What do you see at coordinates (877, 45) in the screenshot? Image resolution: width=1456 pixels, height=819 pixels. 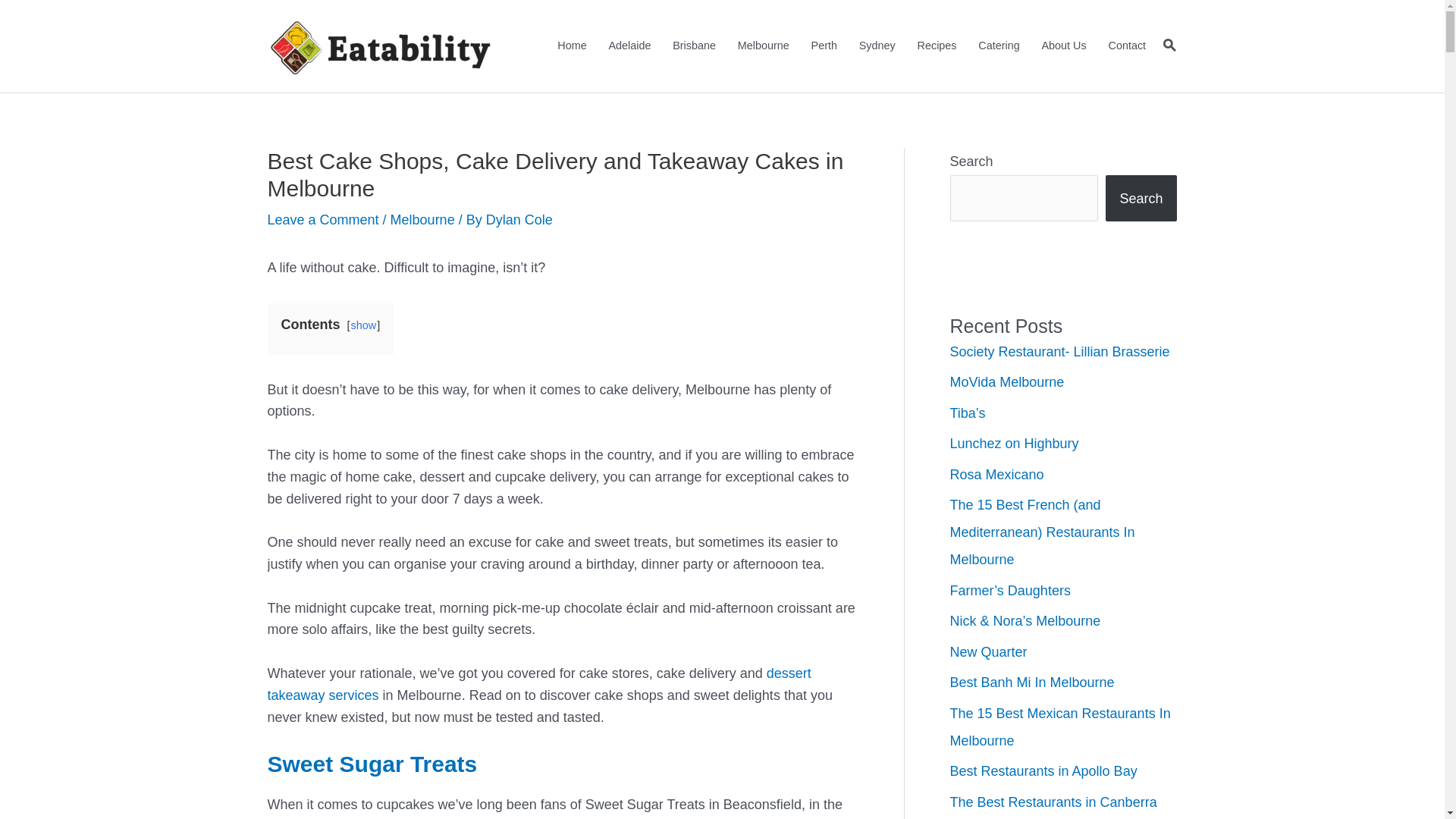 I see `'Sydney'` at bounding box center [877, 45].